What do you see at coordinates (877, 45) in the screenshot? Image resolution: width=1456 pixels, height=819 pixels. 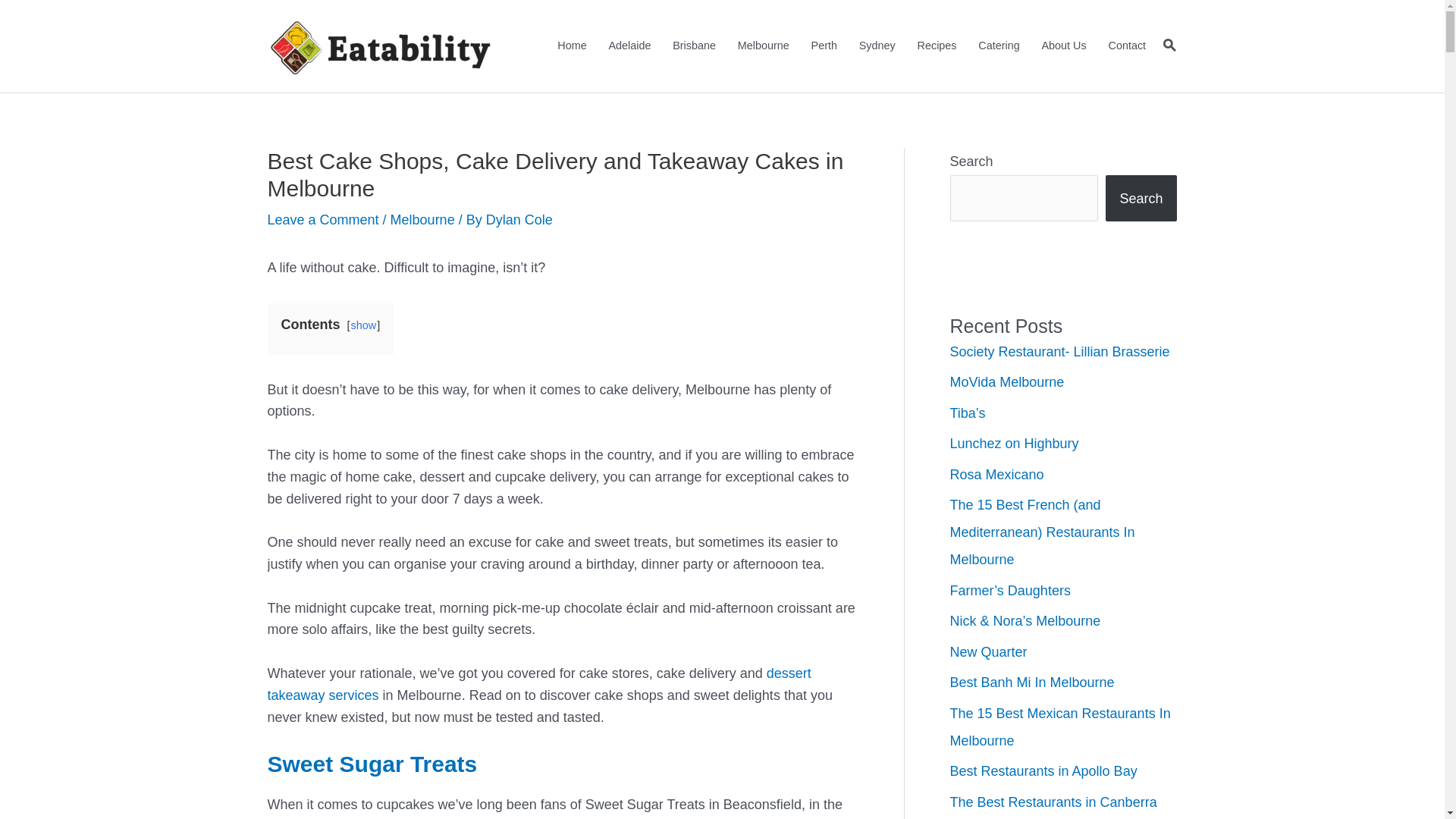 I see `'Sydney'` at bounding box center [877, 45].